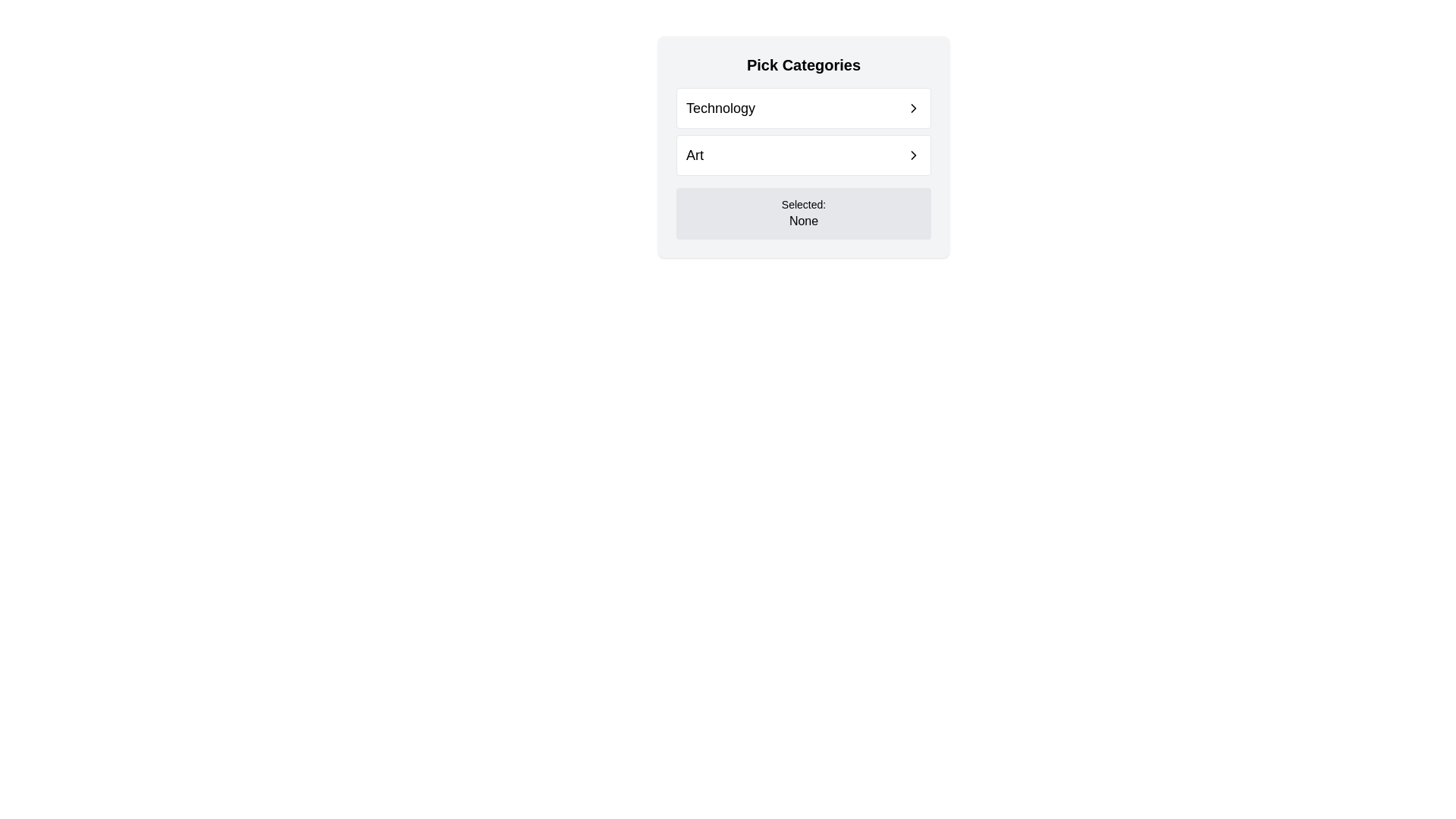  Describe the element at coordinates (803, 155) in the screenshot. I see `the 'Art' navigation button located below the 'Technology' option` at that location.